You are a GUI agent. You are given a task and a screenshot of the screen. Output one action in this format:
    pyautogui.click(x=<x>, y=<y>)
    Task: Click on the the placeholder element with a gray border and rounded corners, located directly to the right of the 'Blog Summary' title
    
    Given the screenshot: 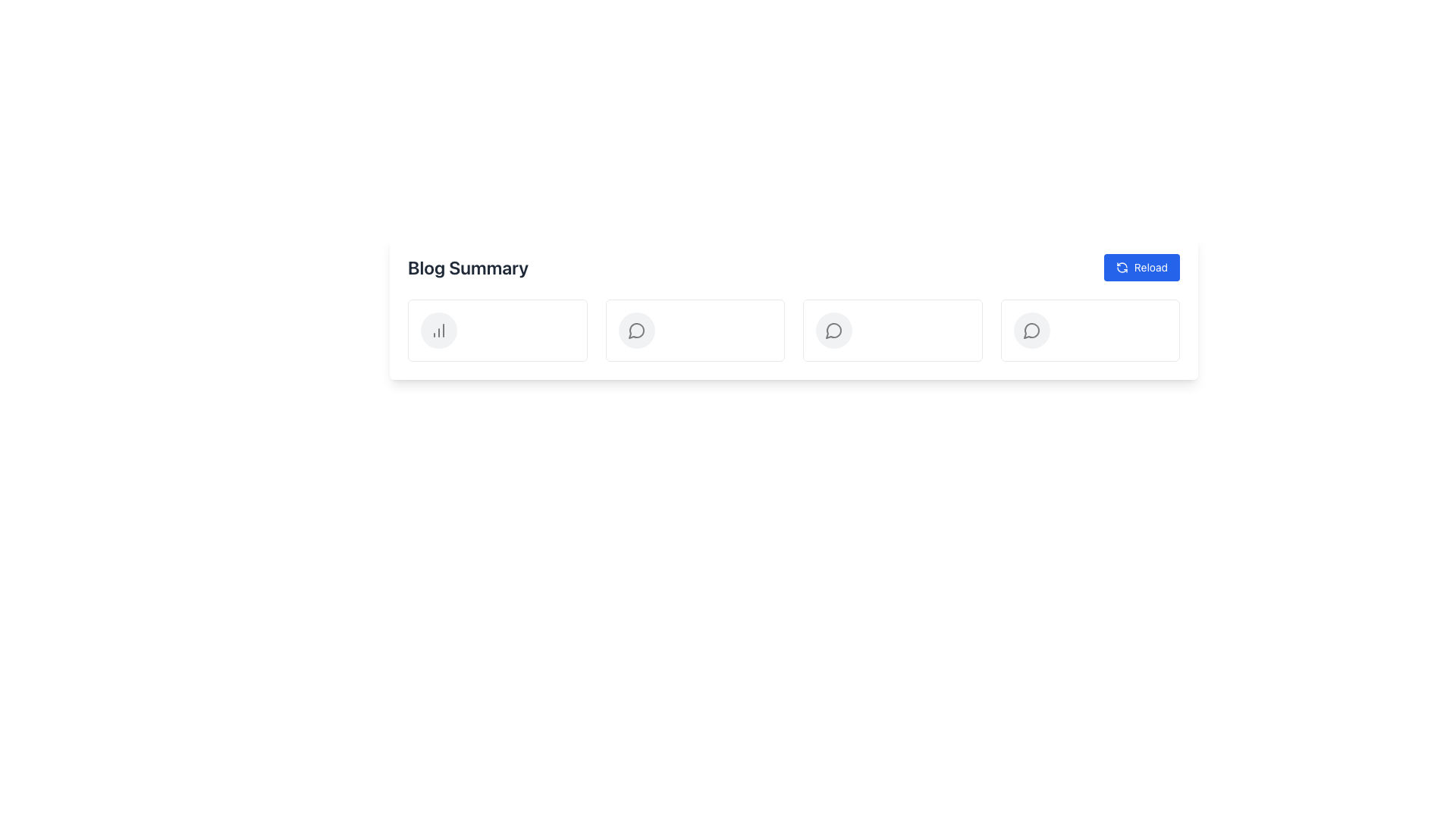 What is the action you would take?
    pyautogui.click(x=497, y=329)
    